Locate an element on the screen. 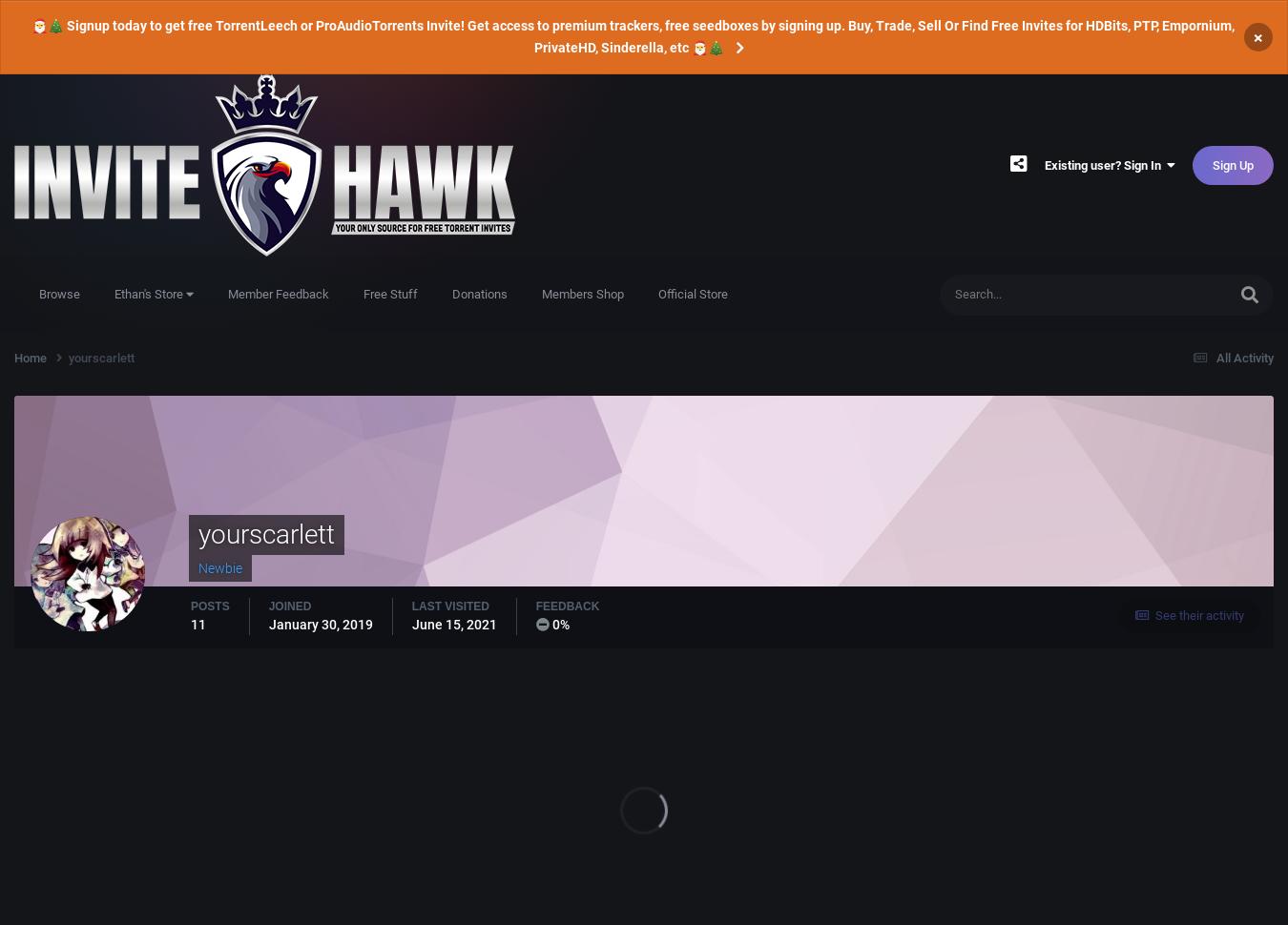  'FAQ Questions' is located at coordinates (1119, 525).